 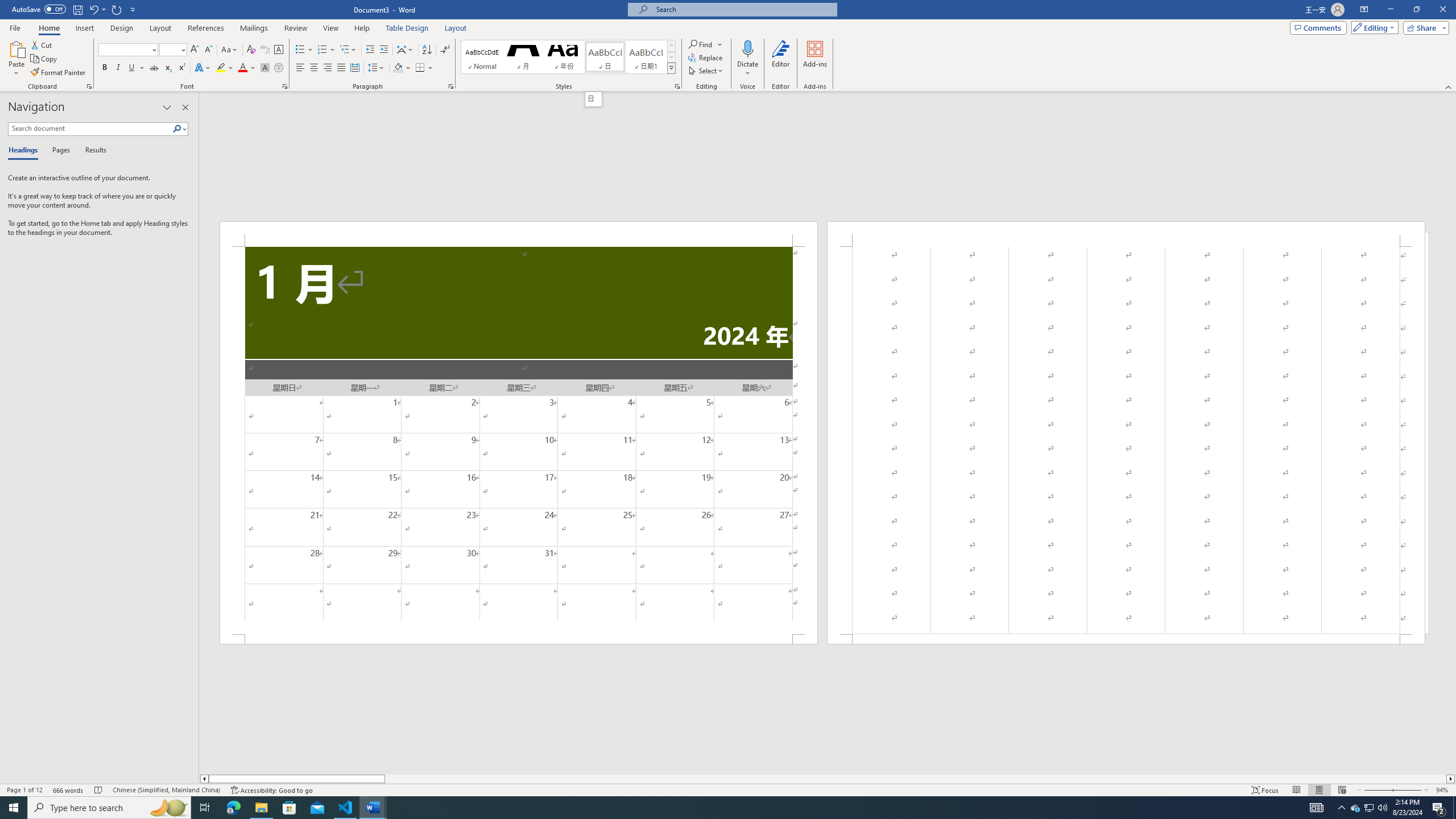 I want to click on 'Phonetic Guide...', so click(x=264, y=49).